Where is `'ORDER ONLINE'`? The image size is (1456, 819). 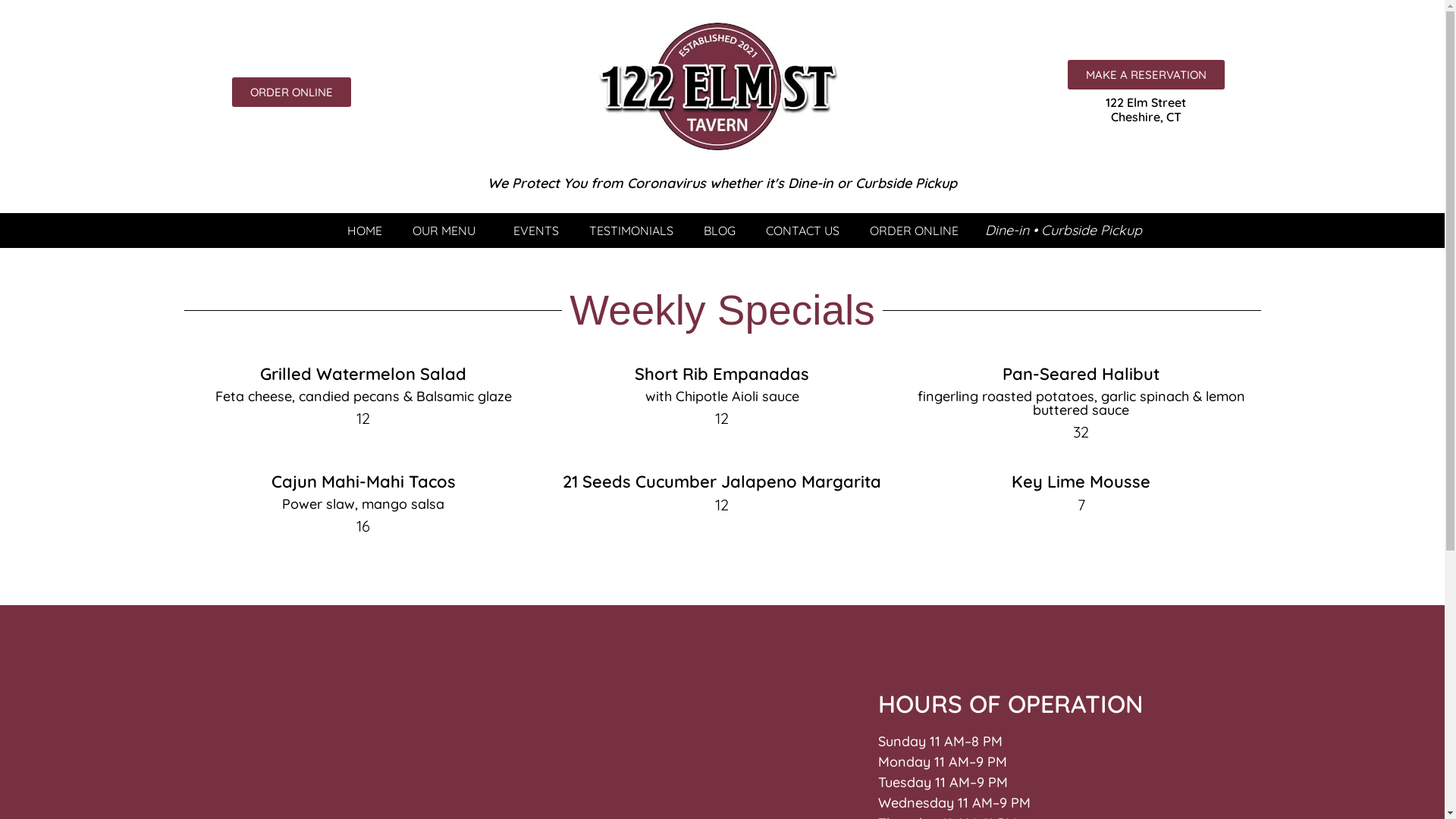 'ORDER ONLINE' is located at coordinates (291, 92).